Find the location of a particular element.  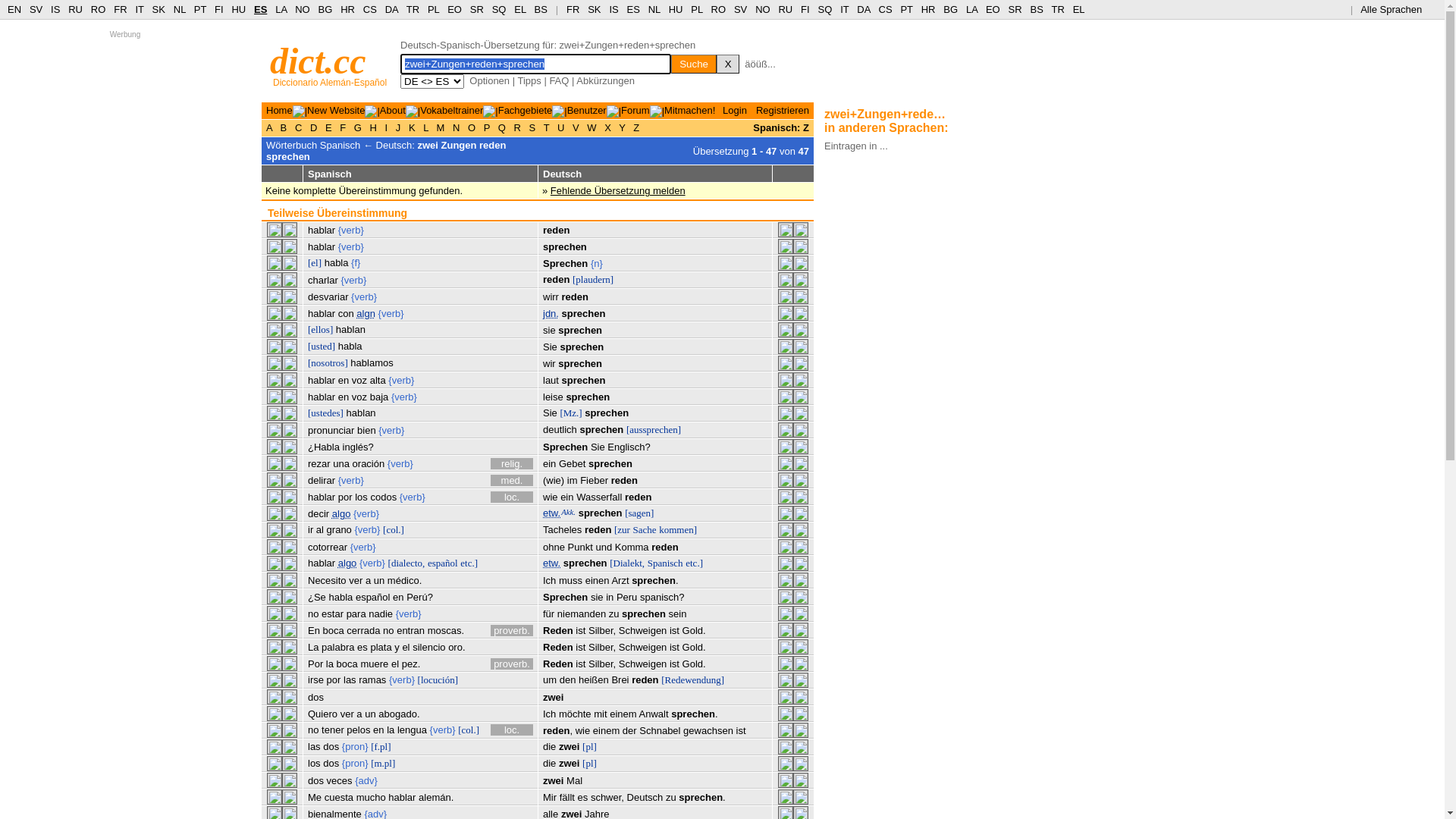

'[nosotros]' is located at coordinates (327, 362).